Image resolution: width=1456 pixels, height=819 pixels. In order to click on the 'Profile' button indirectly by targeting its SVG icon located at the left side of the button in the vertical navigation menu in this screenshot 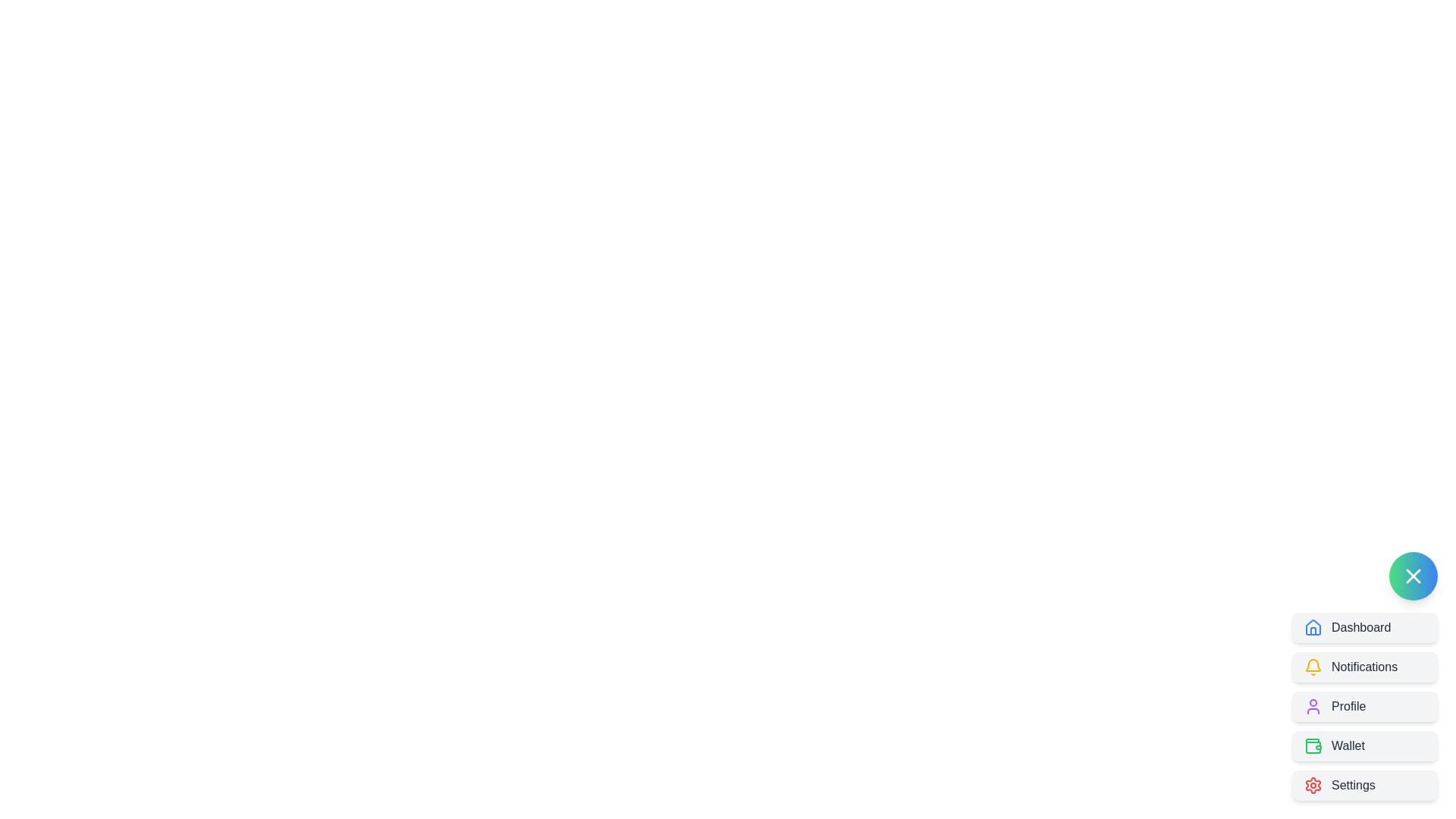, I will do `click(1313, 707)`.